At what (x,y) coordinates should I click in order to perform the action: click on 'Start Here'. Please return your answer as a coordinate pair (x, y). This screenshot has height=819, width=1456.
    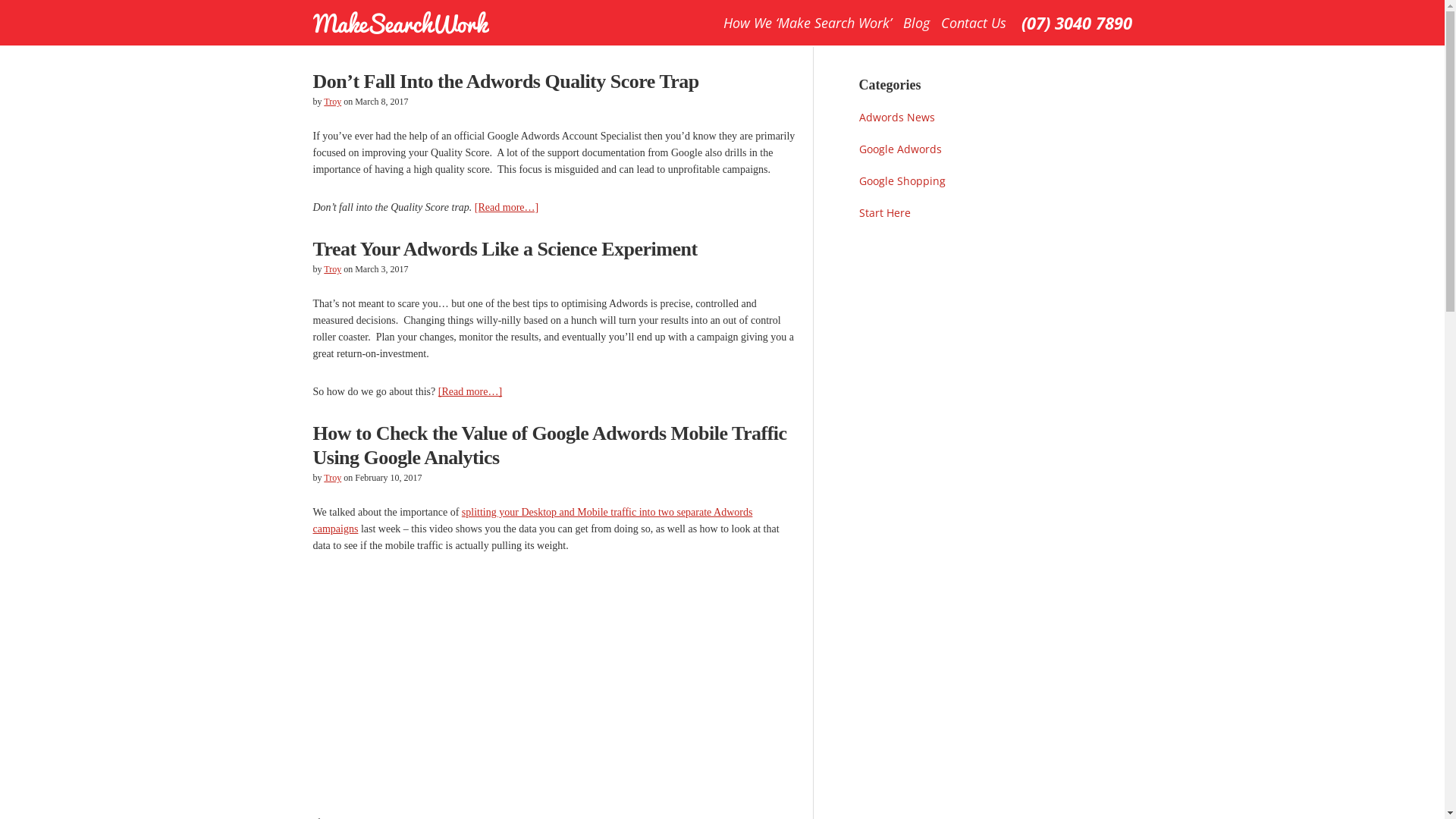
    Looking at the image, I should click on (884, 212).